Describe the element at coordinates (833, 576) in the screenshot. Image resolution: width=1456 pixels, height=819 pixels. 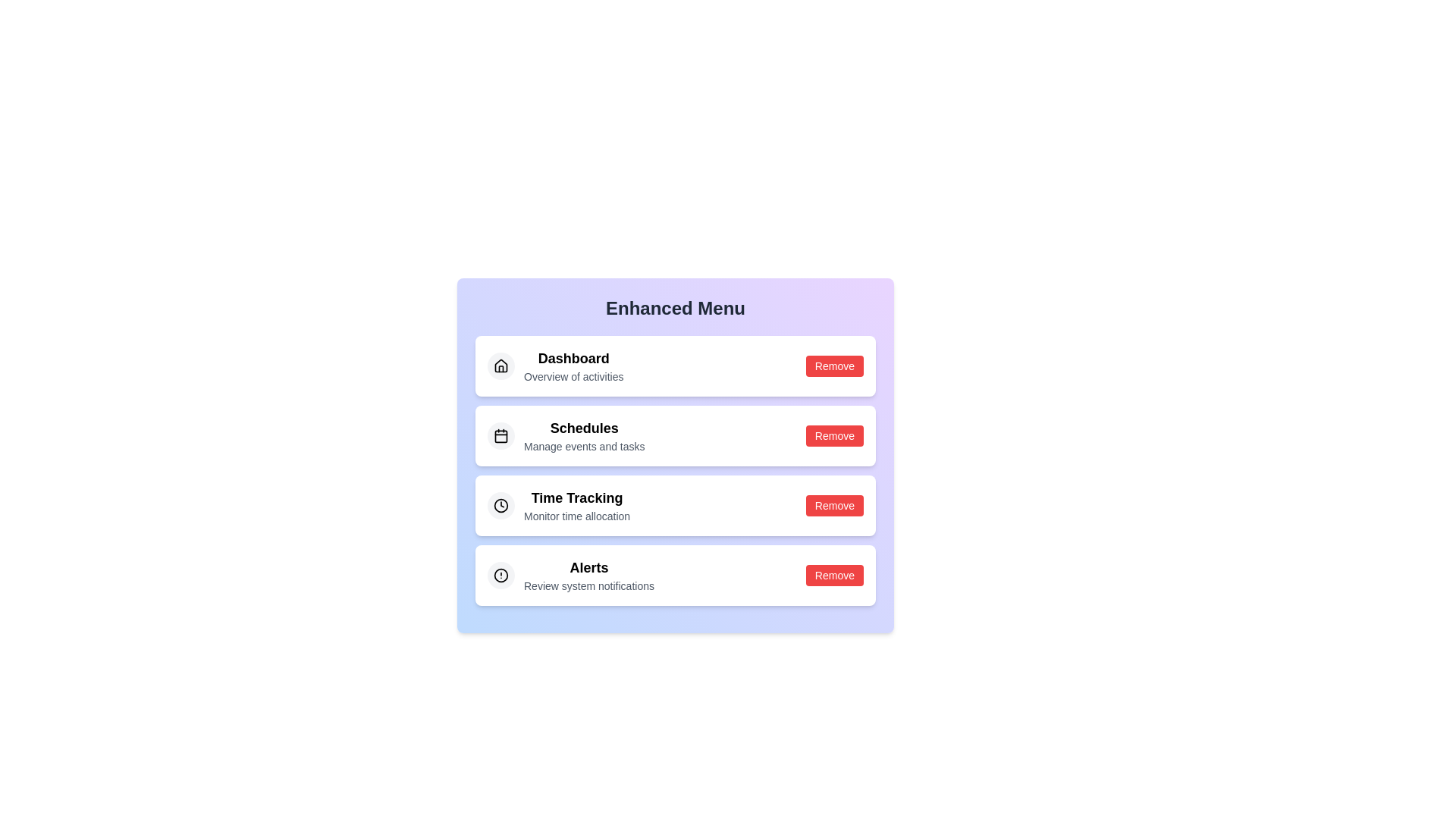
I see `the 'Remove' button for the item with title Alerts` at that location.